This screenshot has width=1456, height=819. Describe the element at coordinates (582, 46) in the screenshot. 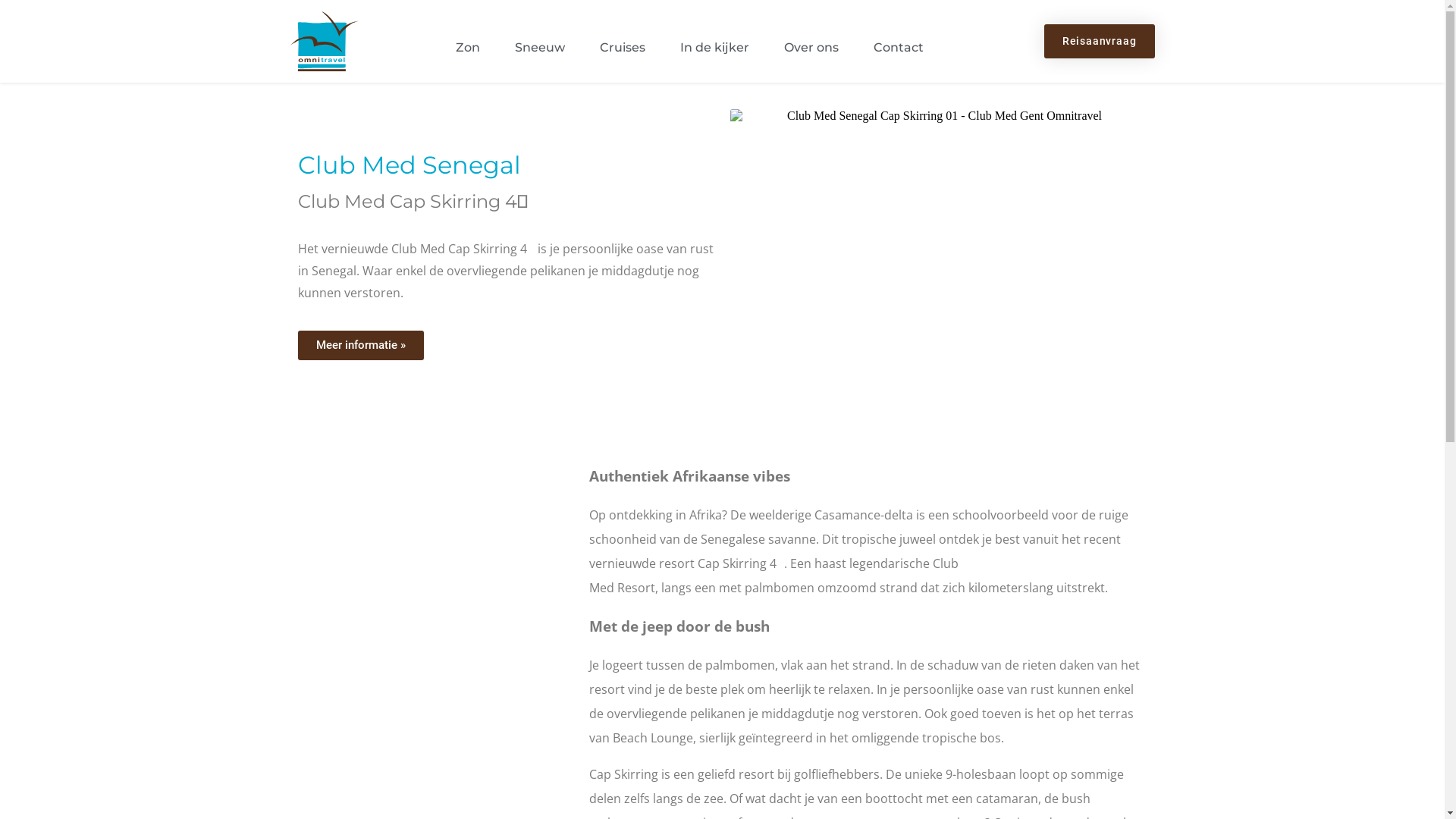

I see `'Cruises'` at that location.